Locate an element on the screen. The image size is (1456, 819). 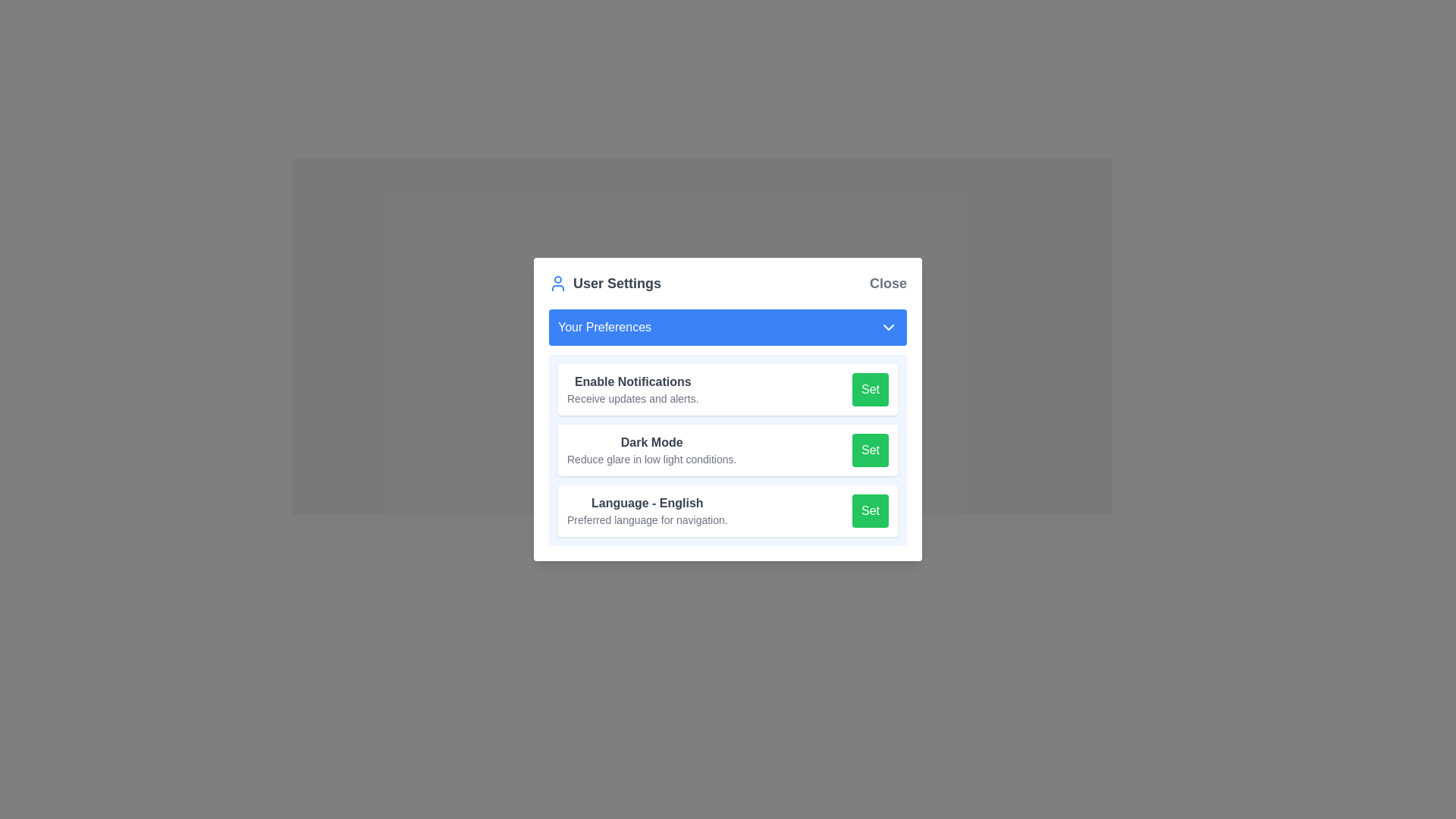
the label that describes the 'Enable Notifications' setting in the 'User Settings' interface, located above the 'Dark Mode' option is located at coordinates (632, 388).